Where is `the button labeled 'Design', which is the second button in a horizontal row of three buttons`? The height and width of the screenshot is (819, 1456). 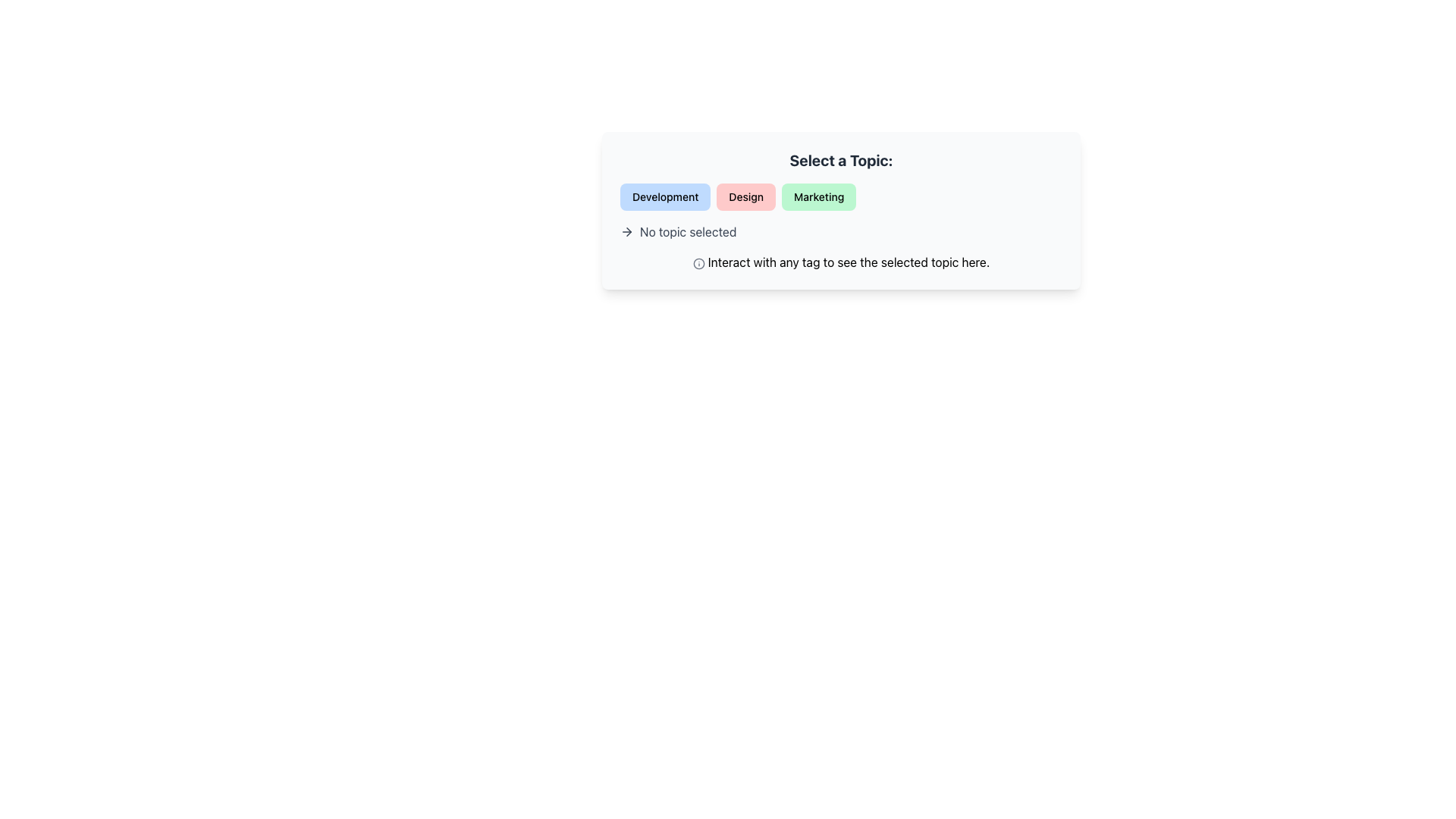 the button labeled 'Design', which is the second button in a horizontal row of three buttons is located at coordinates (745, 196).